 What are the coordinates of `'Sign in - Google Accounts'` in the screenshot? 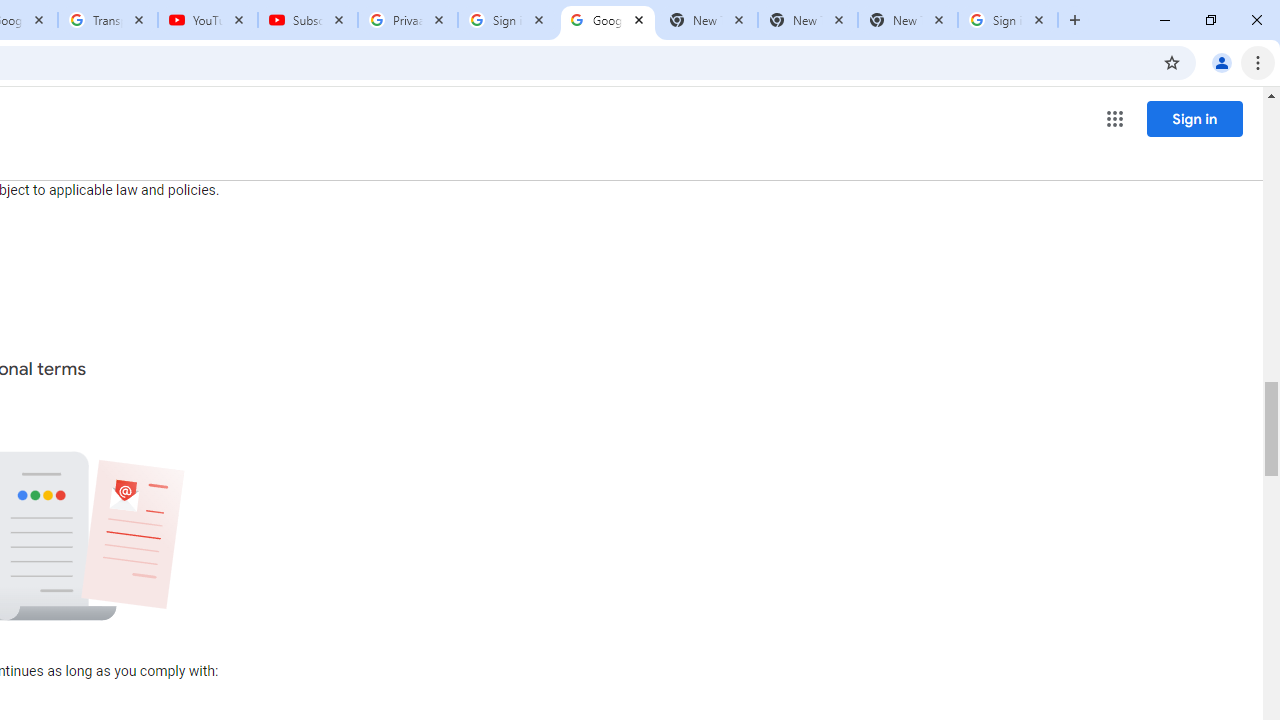 It's located at (508, 20).